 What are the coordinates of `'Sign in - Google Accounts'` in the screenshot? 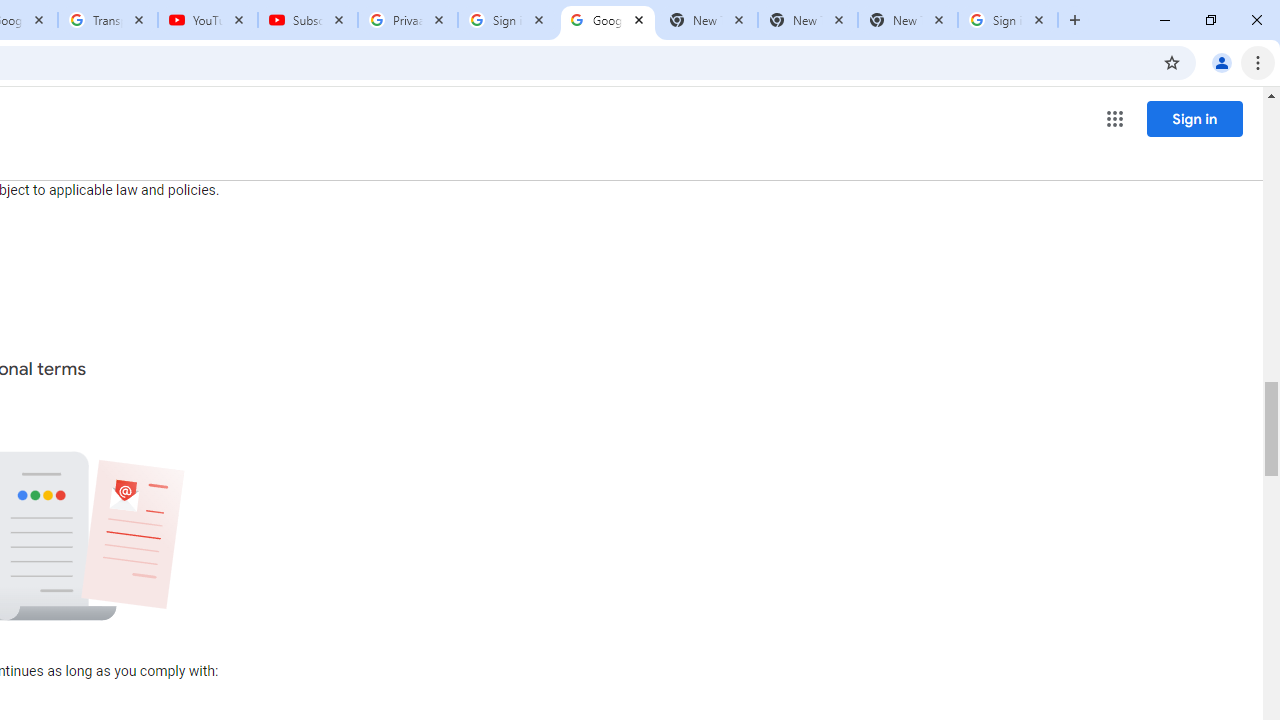 It's located at (508, 20).